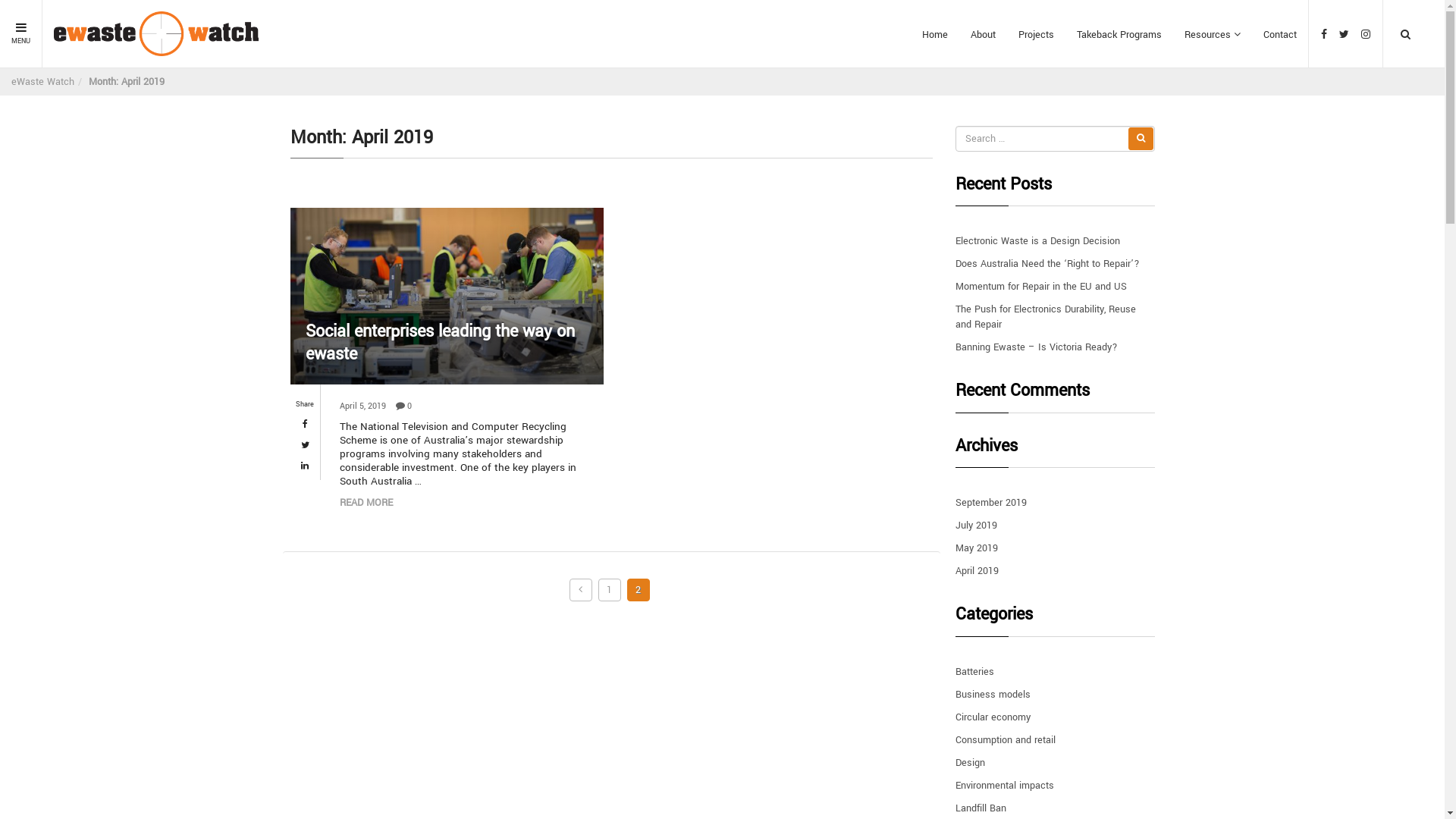 The height and width of the screenshot is (819, 1456). What do you see at coordinates (983, 34) in the screenshot?
I see `'About'` at bounding box center [983, 34].